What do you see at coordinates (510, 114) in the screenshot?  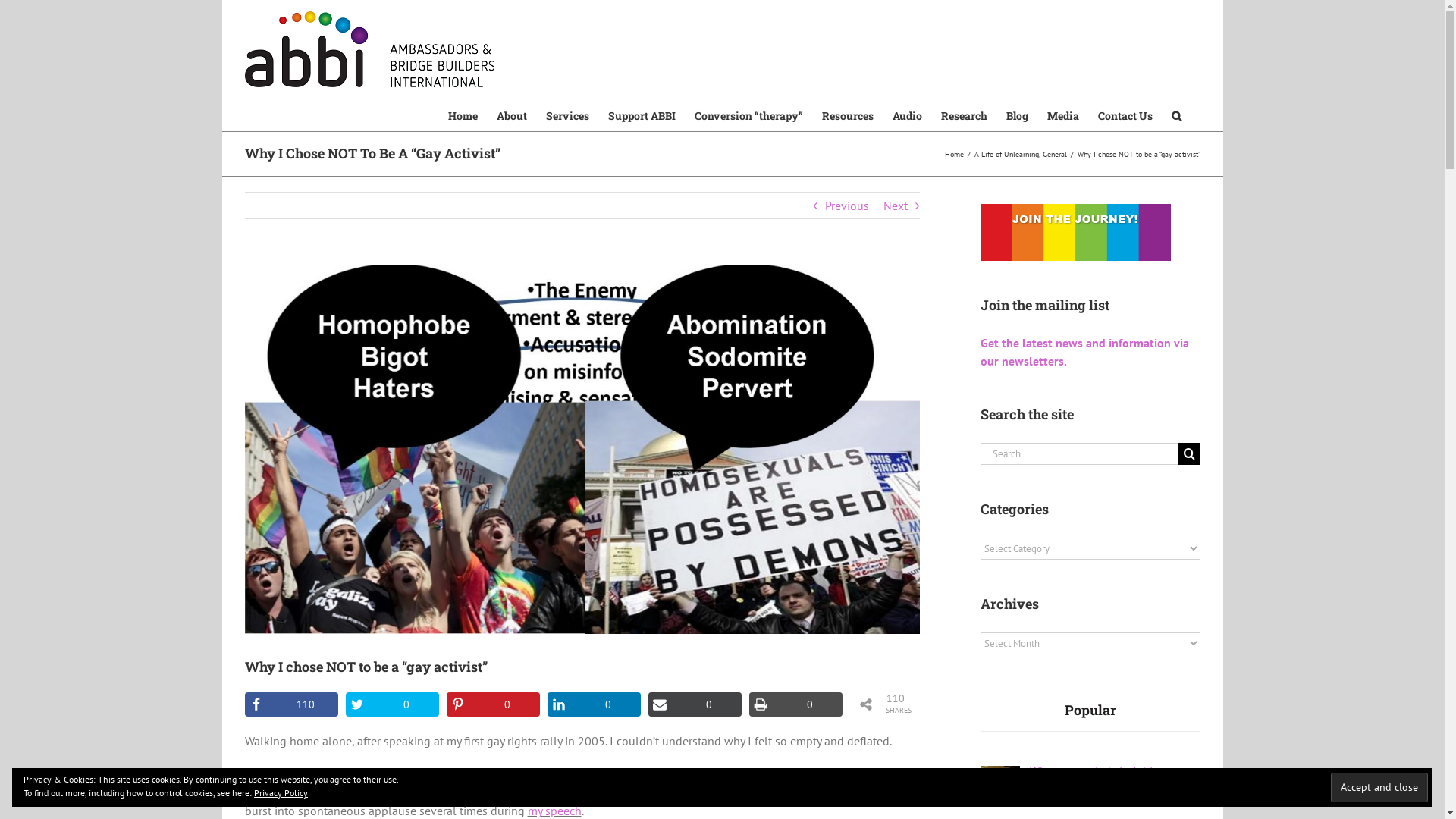 I see `'About'` at bounding box center [510, 114].